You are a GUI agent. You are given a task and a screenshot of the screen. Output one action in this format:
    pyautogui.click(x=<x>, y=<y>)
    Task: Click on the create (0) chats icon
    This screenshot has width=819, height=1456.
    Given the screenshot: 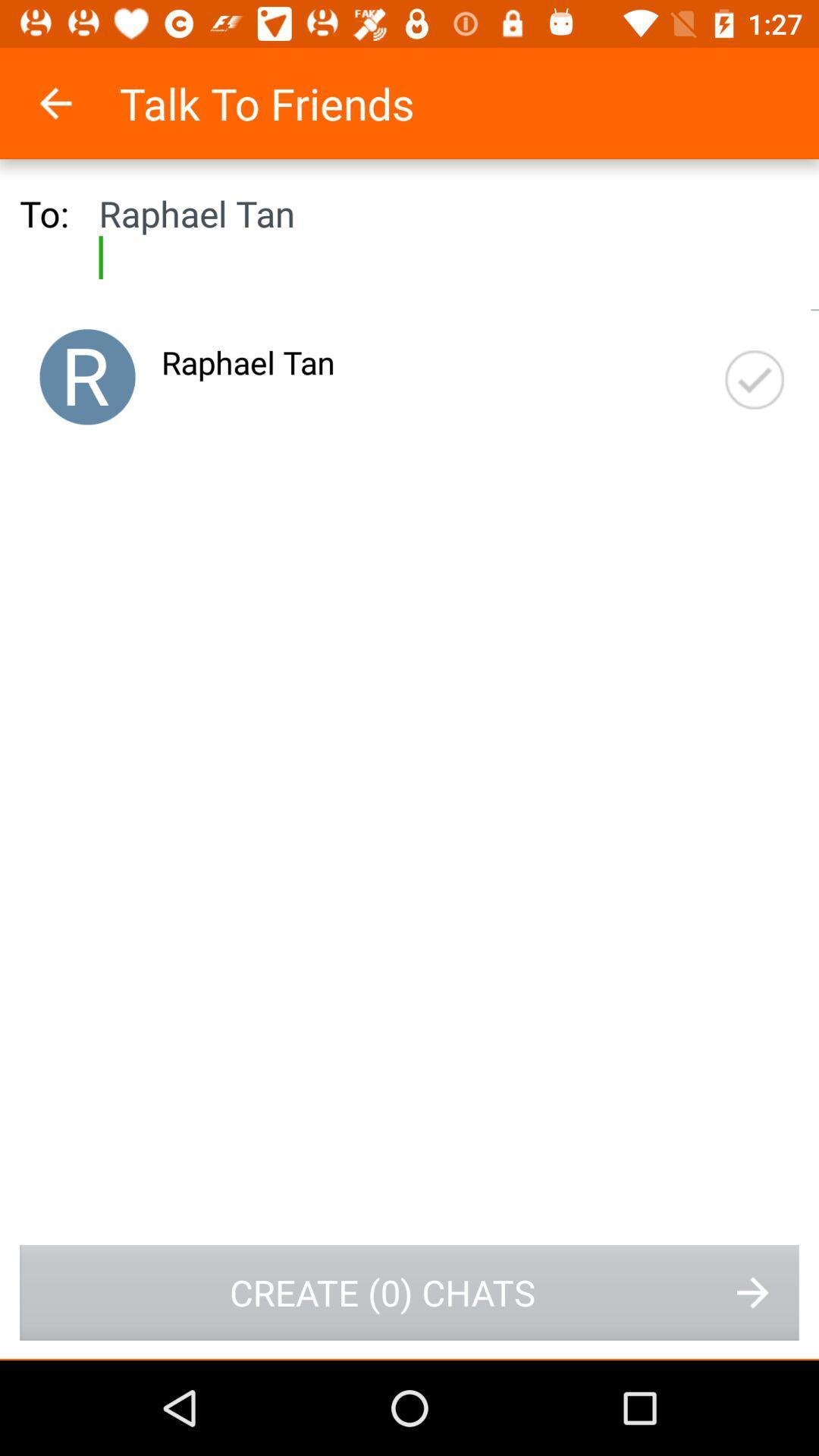 What is the action you would take?
    pyautogui.click(x=409, y=1291)
    